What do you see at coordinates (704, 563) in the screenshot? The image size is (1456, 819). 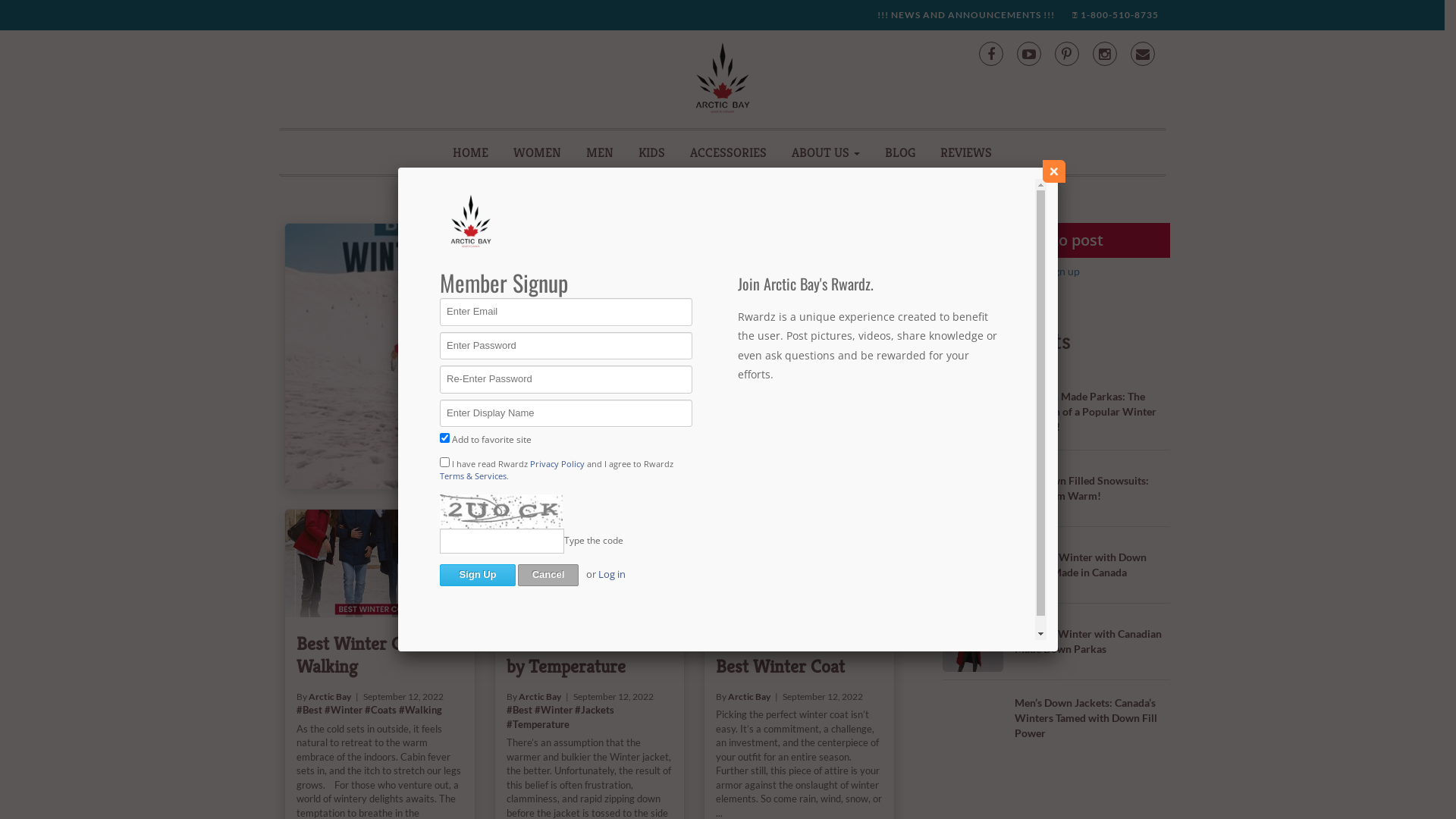 I see `'How to Choose the Best Winter Coat'` at bounding box center [704, 563].